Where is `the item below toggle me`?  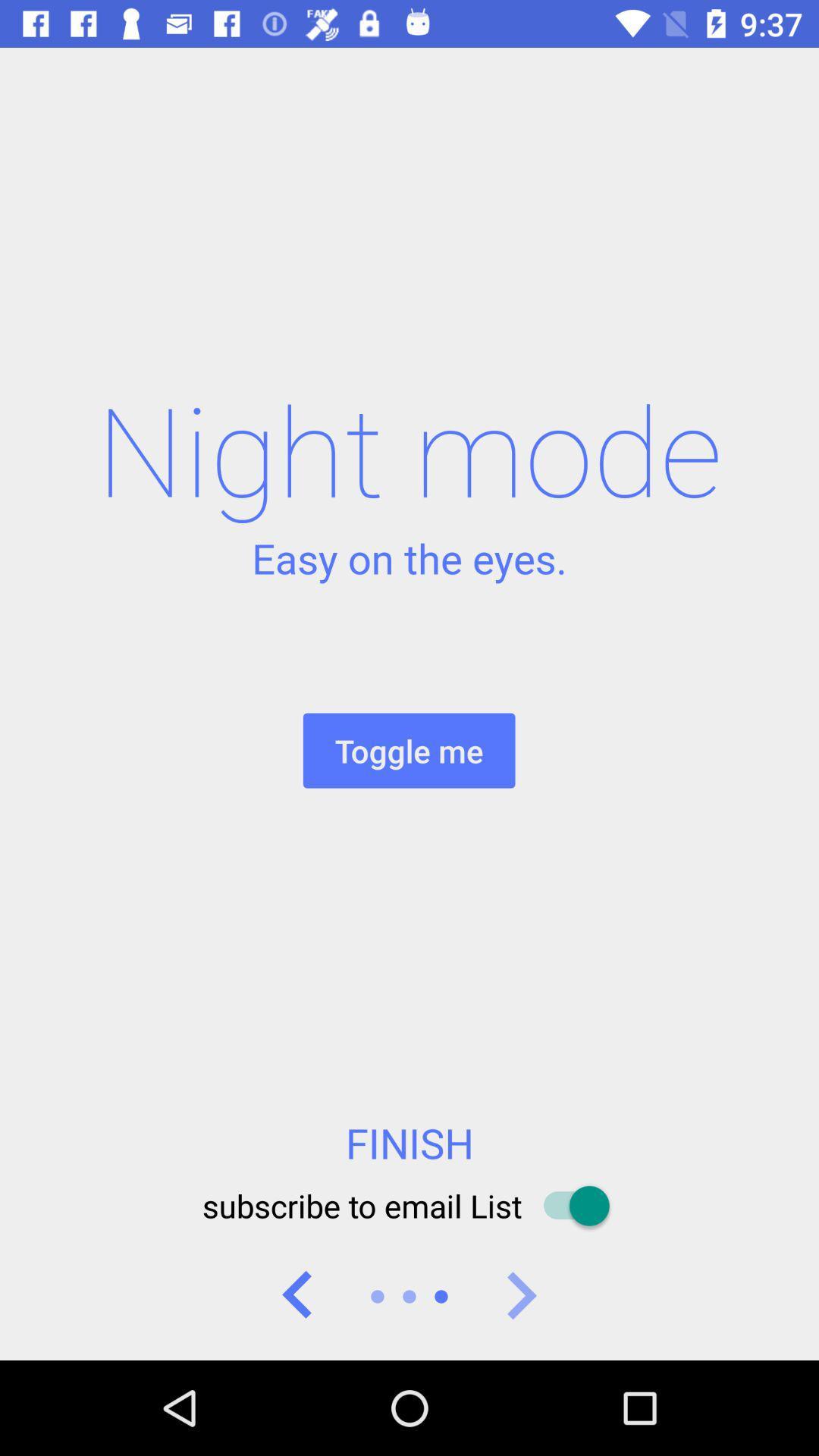 the item below toggle me is located at coordinates (409, 1143).